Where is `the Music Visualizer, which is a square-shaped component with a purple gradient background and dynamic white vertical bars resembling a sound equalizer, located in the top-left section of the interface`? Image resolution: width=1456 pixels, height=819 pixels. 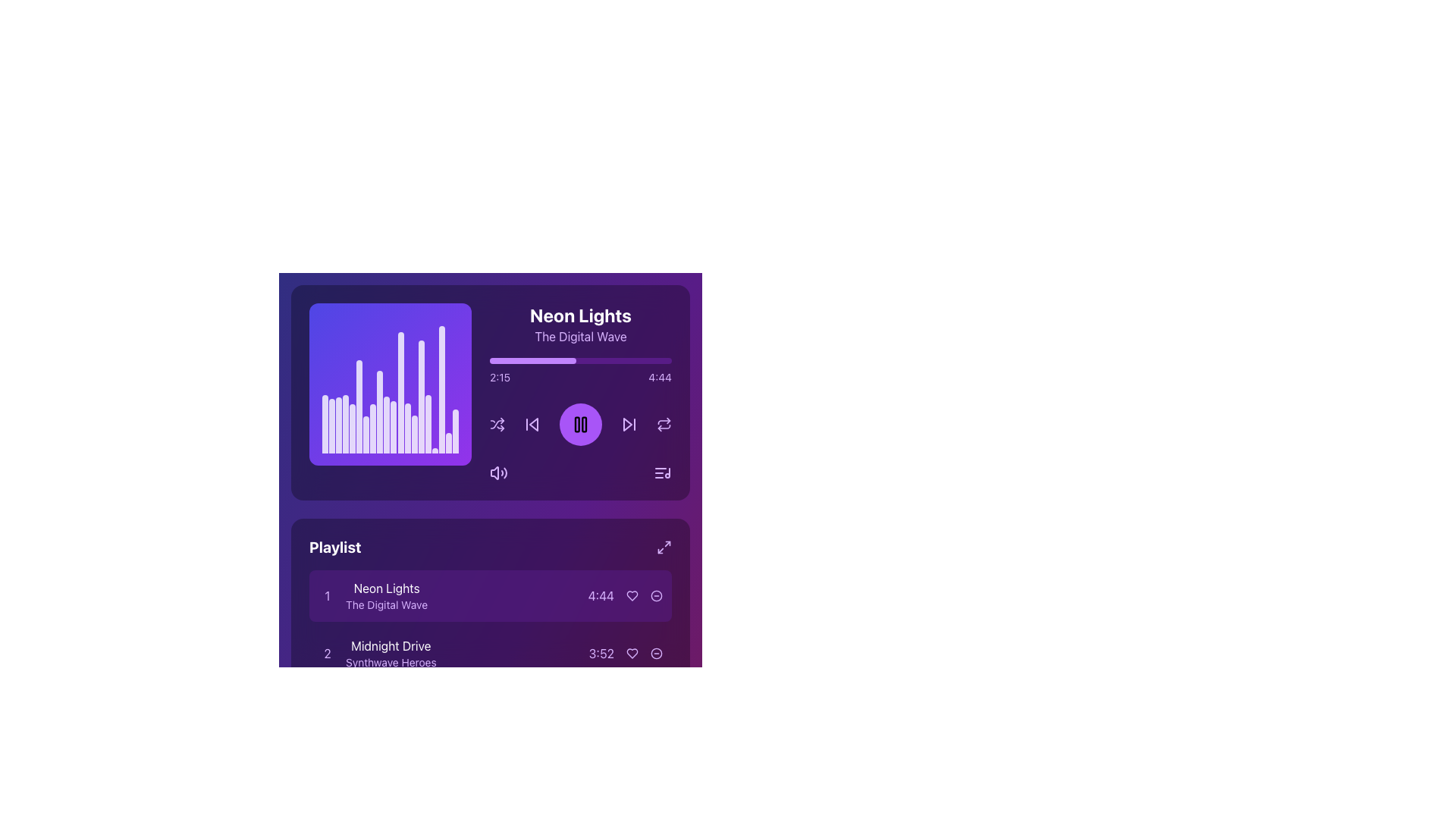 the Music Visualizer, which is a square-shaped component with a purple gradient background and dynamic white vertical bars resembling a sound equalizer, located in the top-left section of the interface is located at coordinates (390, 391).